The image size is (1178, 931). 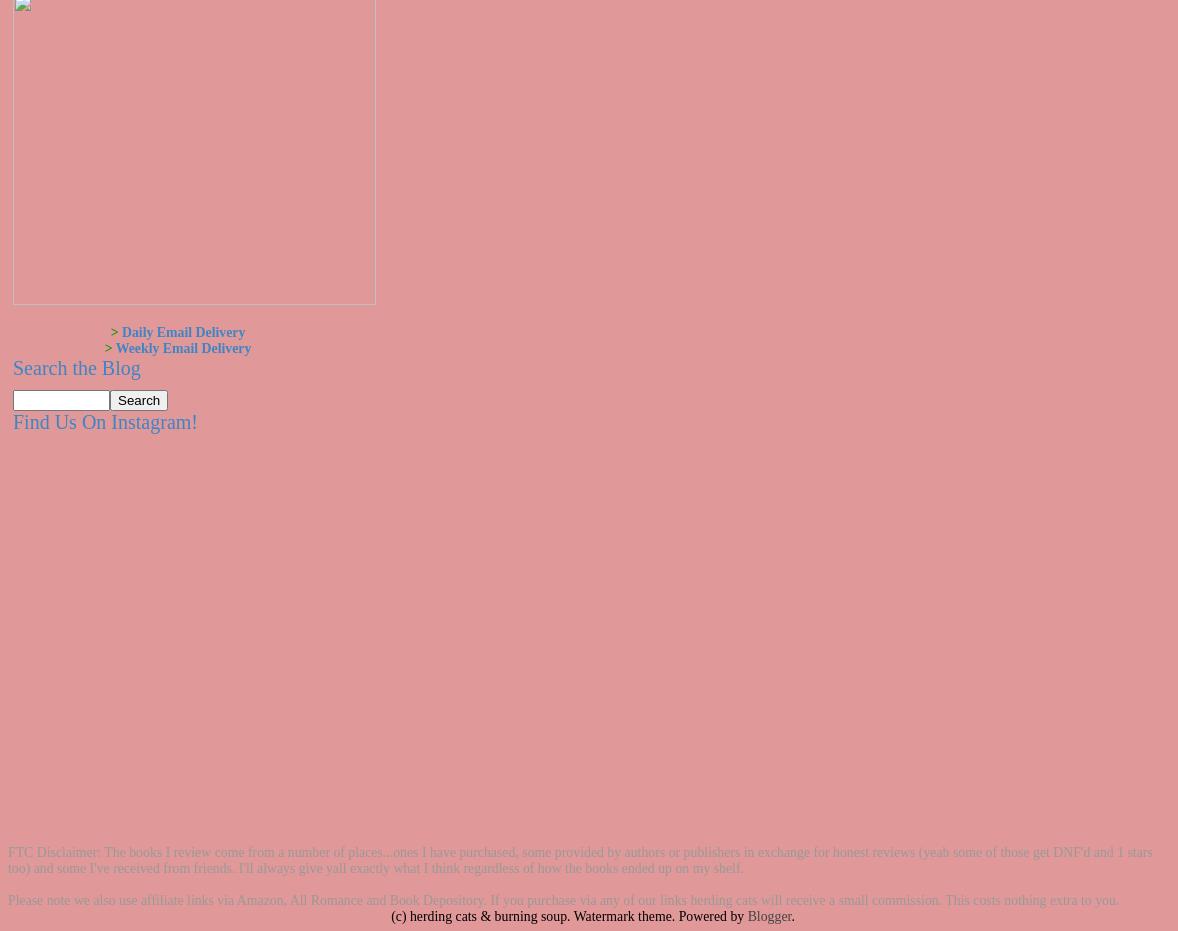 What do you see at coordinates (181, 348) in the screenshot?
I see `'Weekly Email Delivery'` at bounding box center [181, 348].